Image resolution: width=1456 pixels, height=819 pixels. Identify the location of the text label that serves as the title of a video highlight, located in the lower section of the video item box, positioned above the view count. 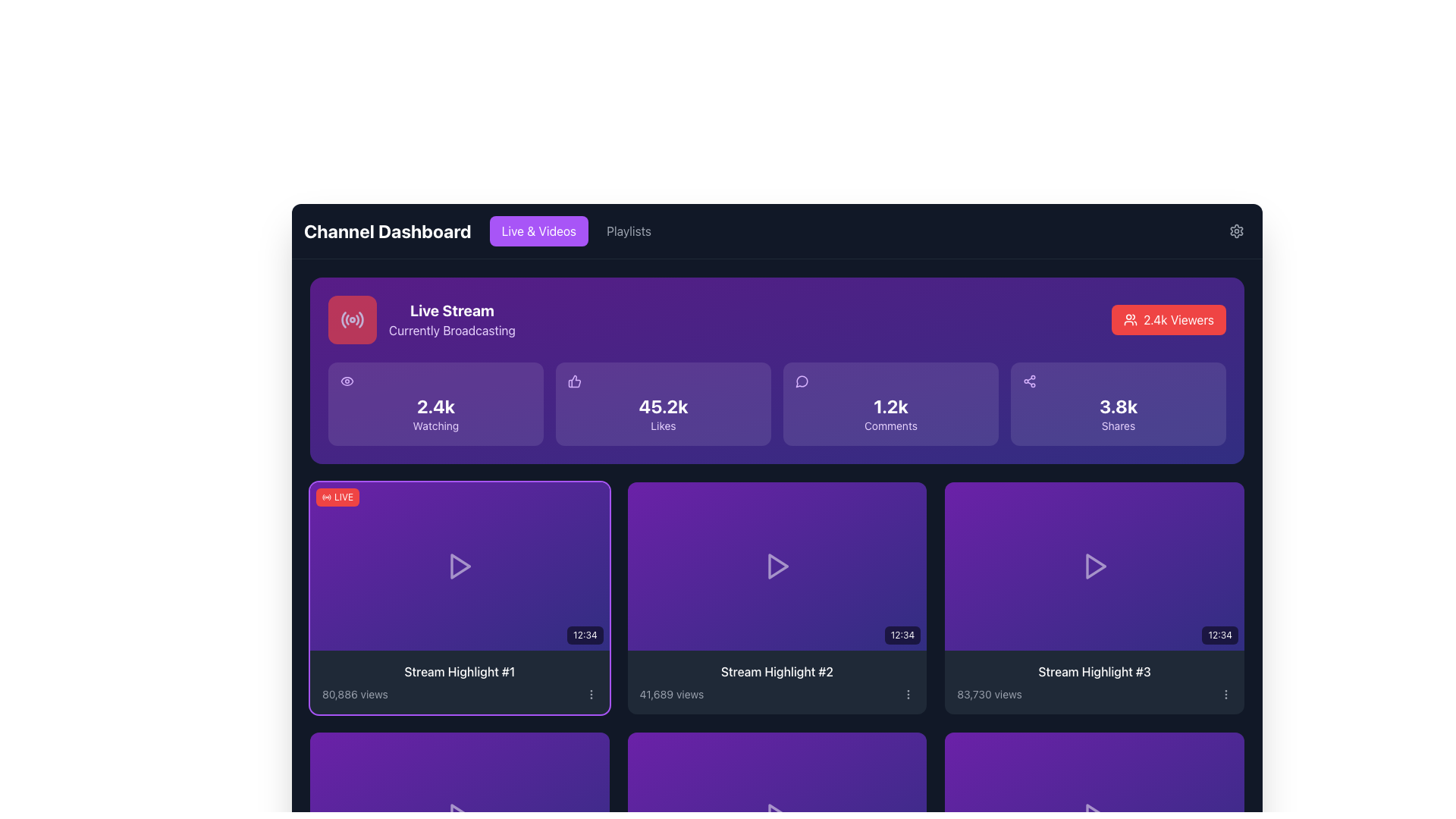
(1094, 671).